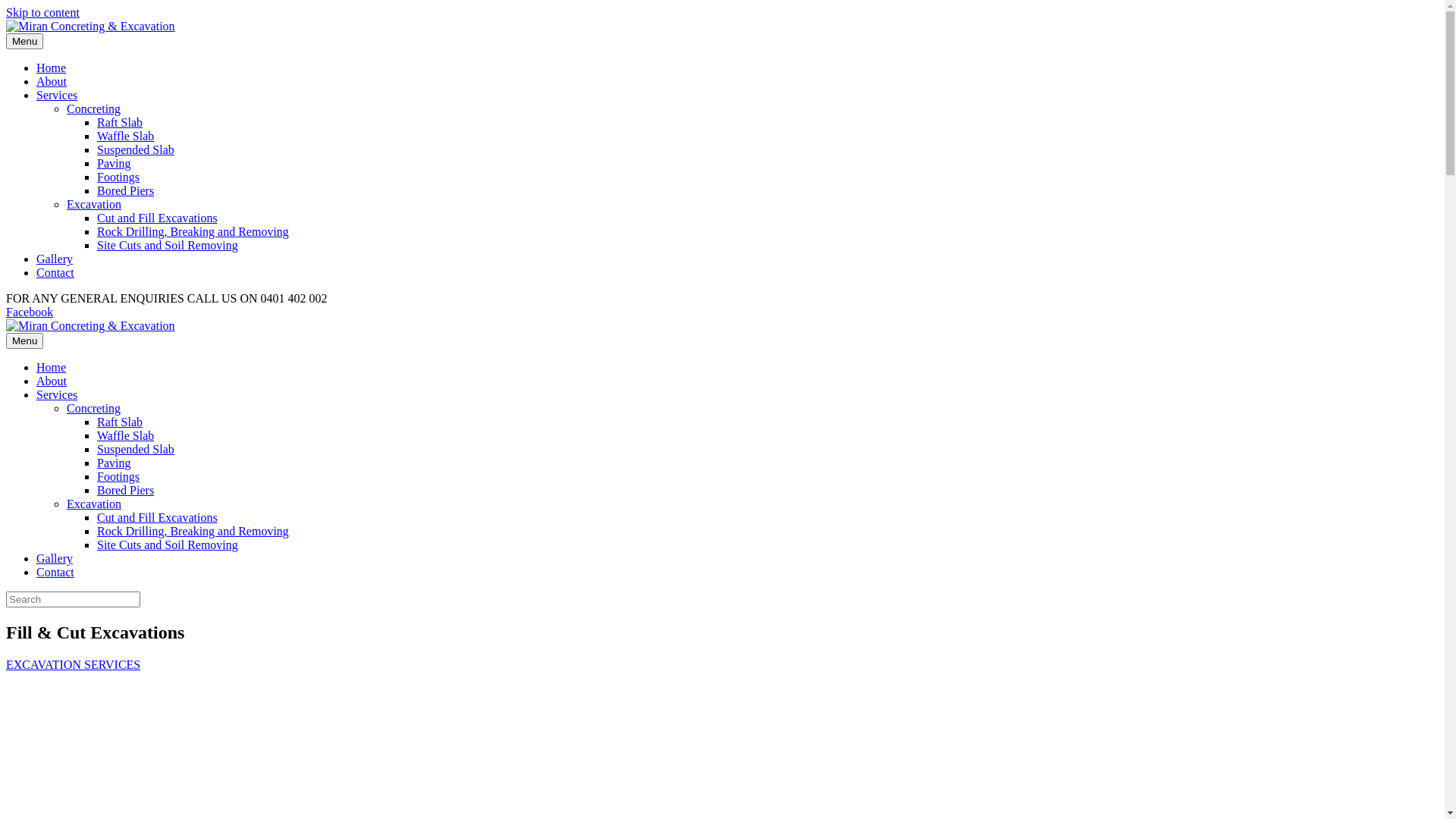 This screenshot has width=1456, height=819. I want to click on 'Facebook', so click(29, 311).